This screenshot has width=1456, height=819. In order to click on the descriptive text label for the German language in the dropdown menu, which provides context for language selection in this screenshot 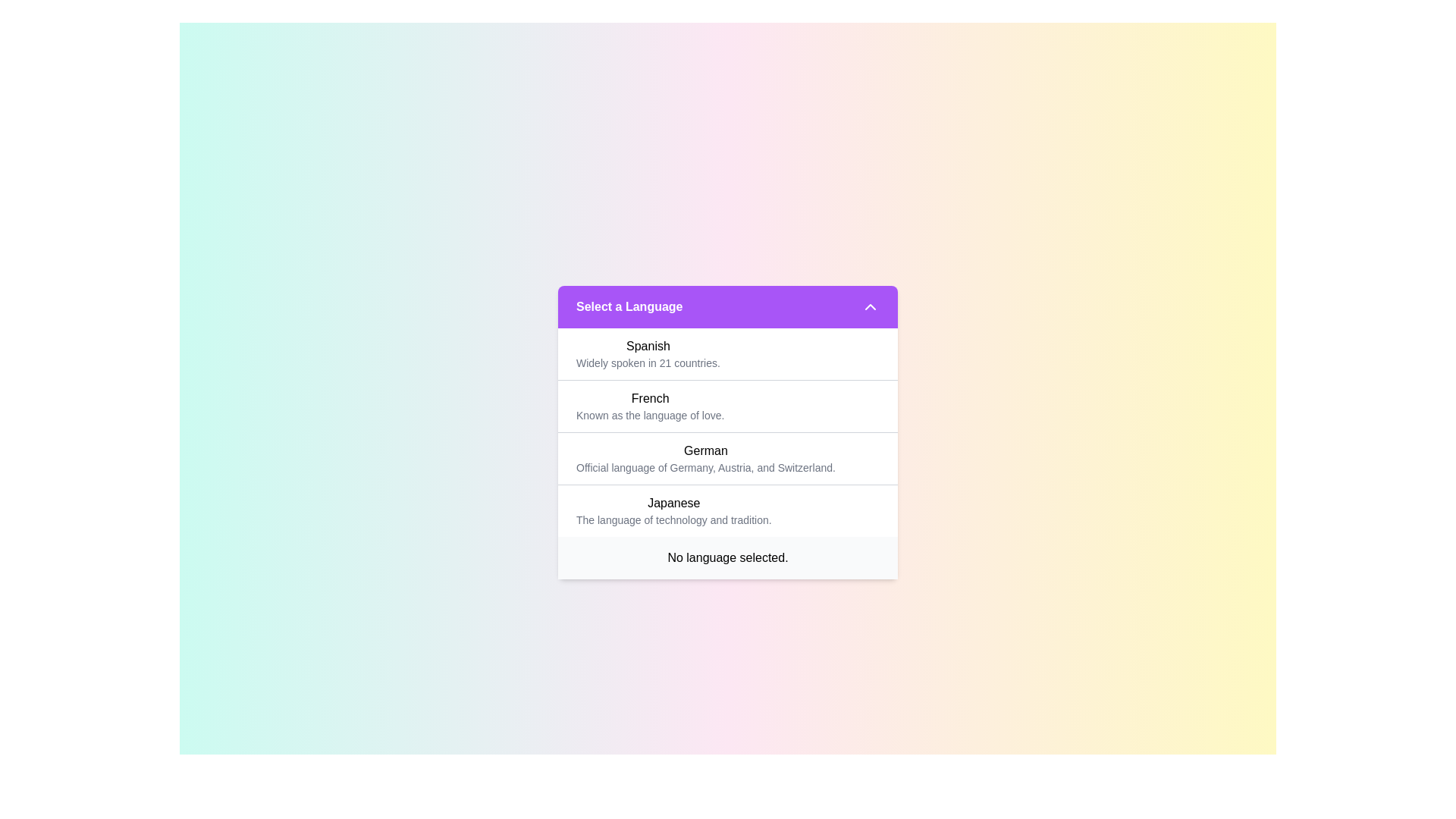, I will do `click(705, 466)`.